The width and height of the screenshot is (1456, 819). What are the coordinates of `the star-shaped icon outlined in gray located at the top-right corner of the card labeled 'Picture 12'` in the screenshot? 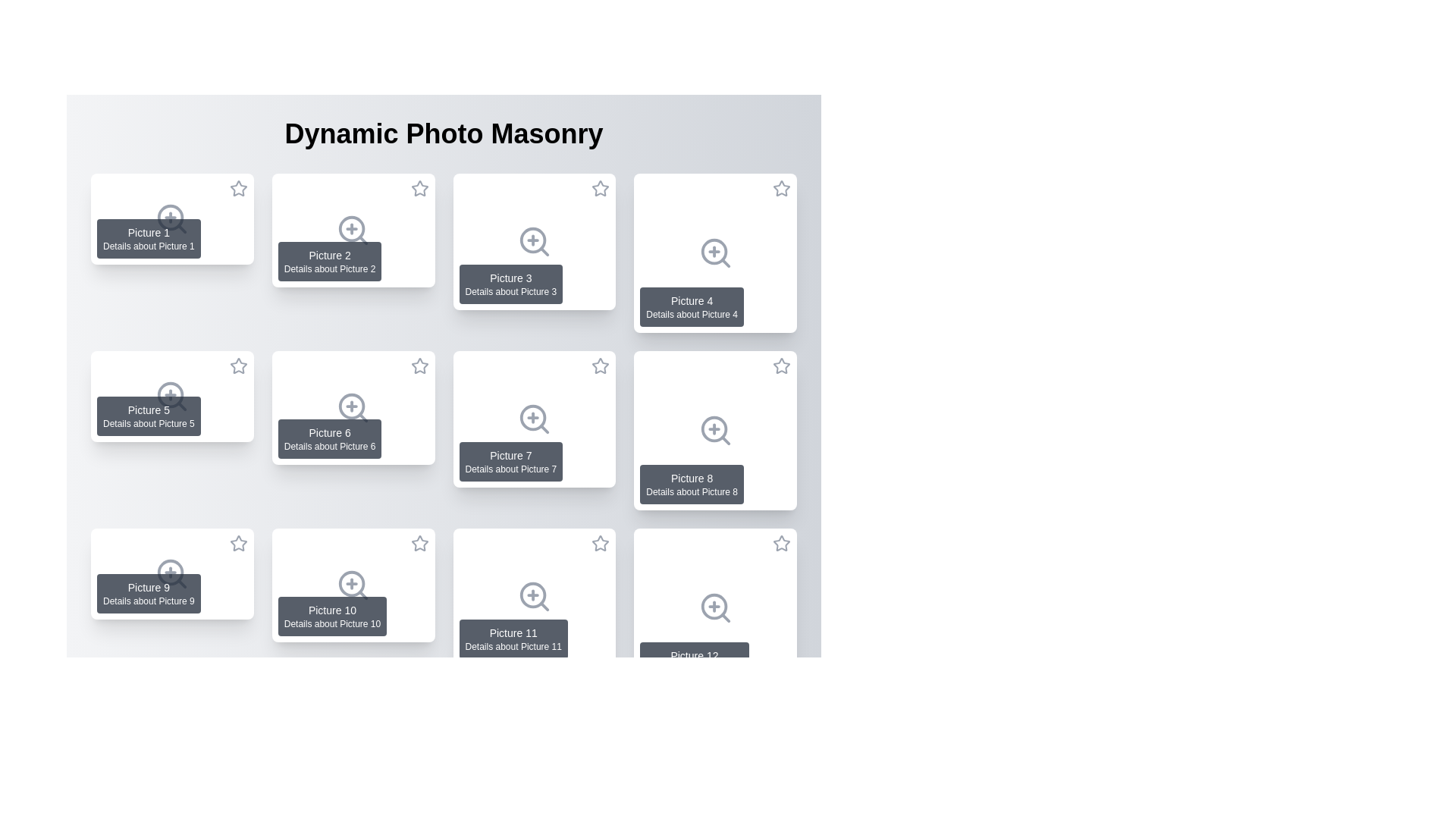 It's located at (781, 542).